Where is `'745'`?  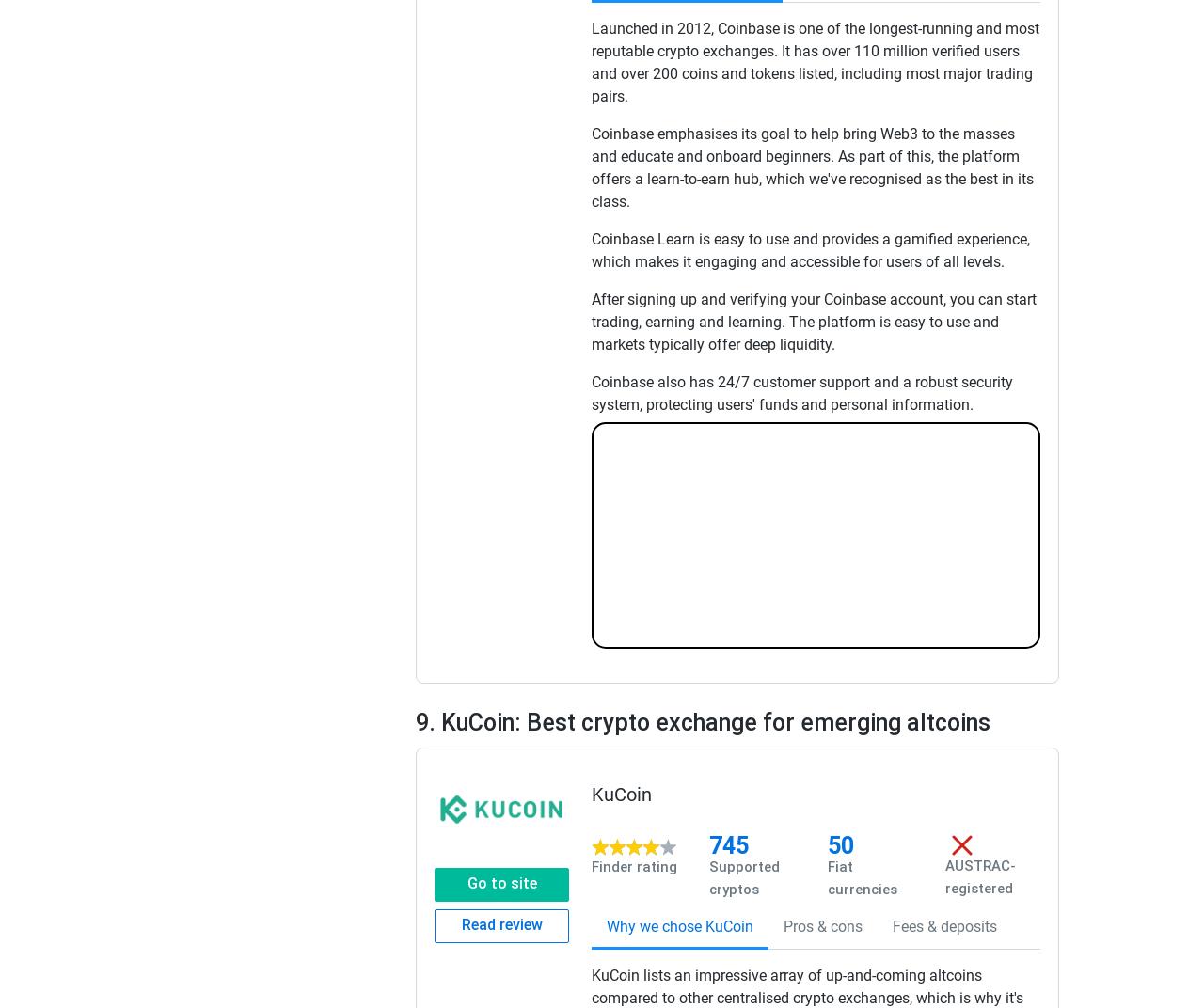 '745' is located at coordinates (728, 844).